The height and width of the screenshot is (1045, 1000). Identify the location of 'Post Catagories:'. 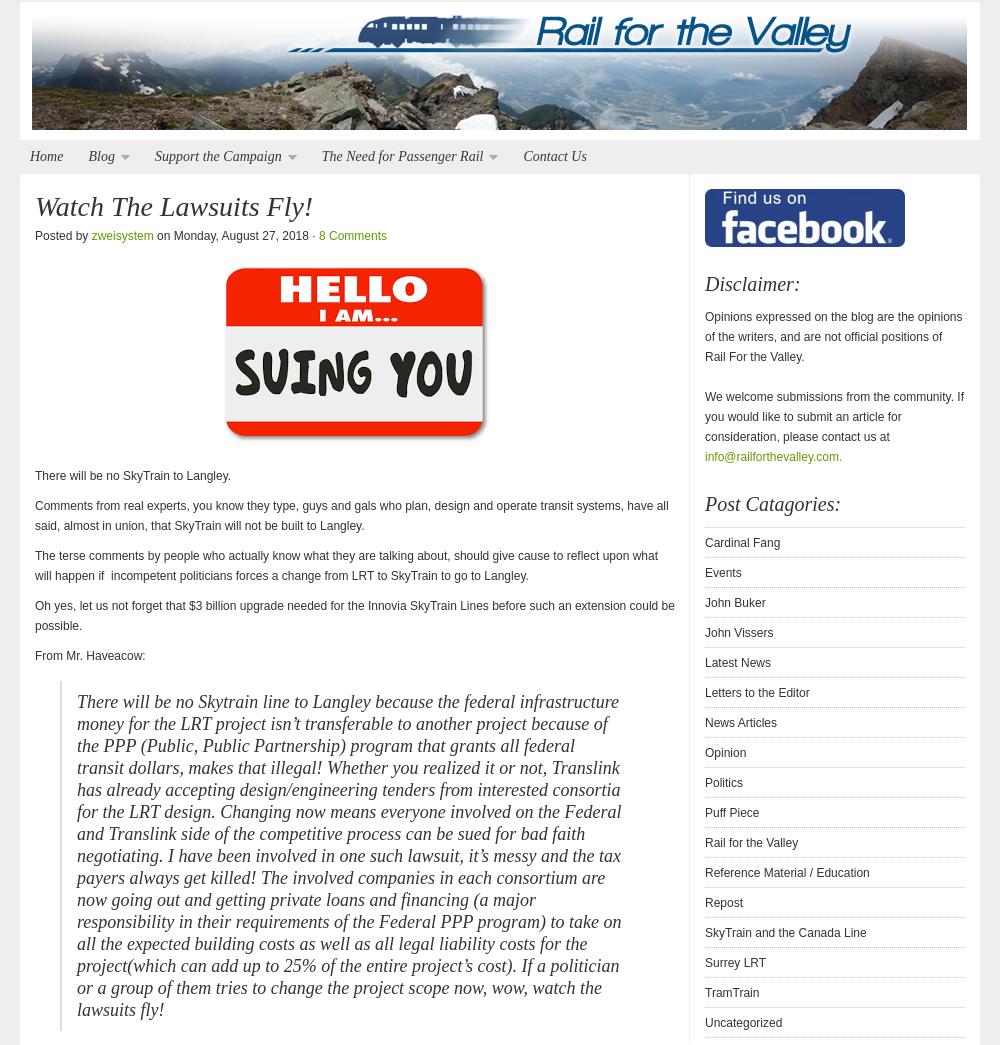
(704, 503).